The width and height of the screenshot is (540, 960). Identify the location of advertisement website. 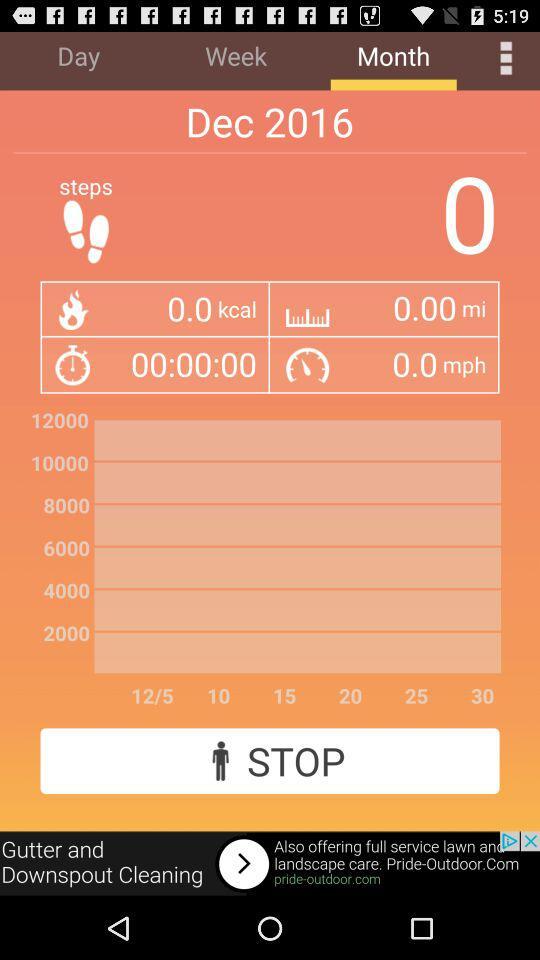
(270, 863).